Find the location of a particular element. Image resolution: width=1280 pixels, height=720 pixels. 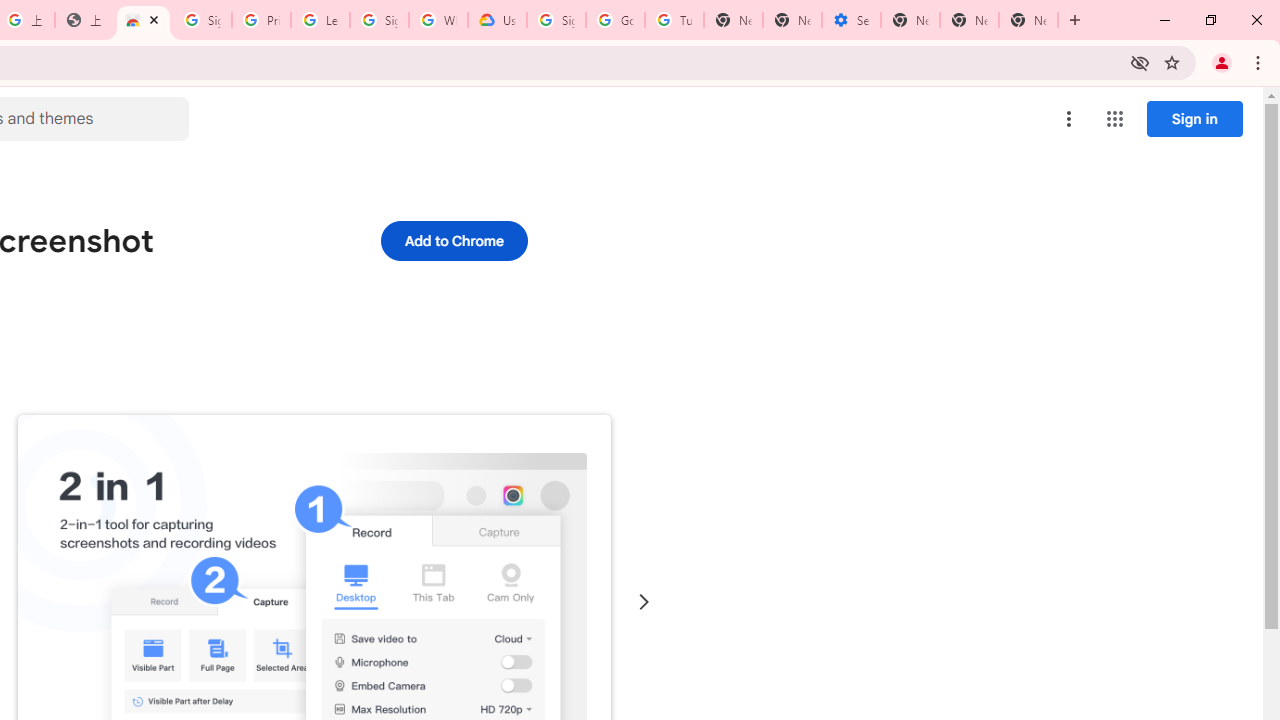

'New Tab' is located at coordinates (1028, 20).